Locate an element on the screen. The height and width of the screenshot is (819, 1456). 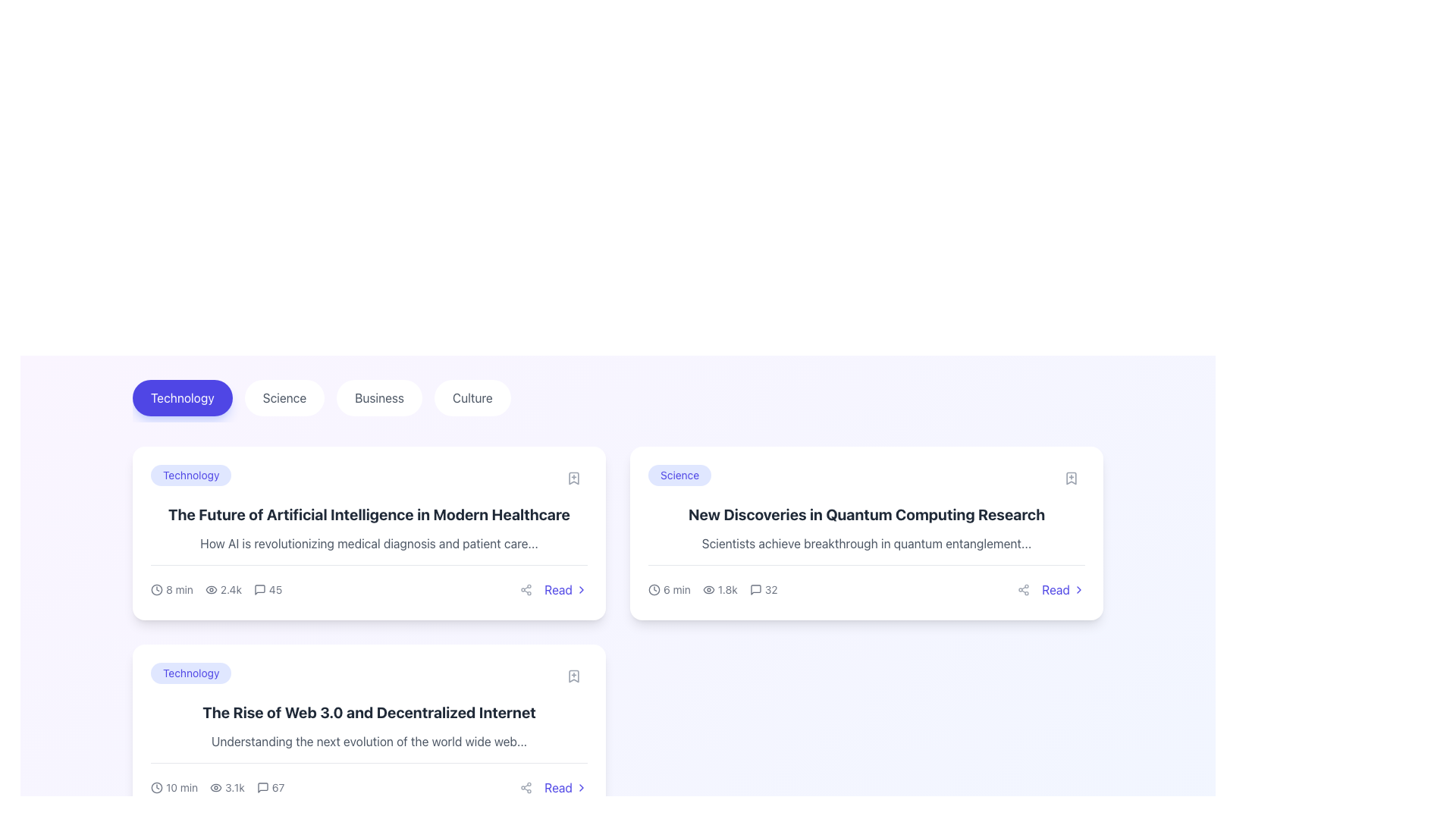
the label with icon indicating the estimated reading time for the article 'The Rise of Web 3.0 and Decentralized Internet', located at the bottom-left corner of the card is located at coordinates (174, 786).